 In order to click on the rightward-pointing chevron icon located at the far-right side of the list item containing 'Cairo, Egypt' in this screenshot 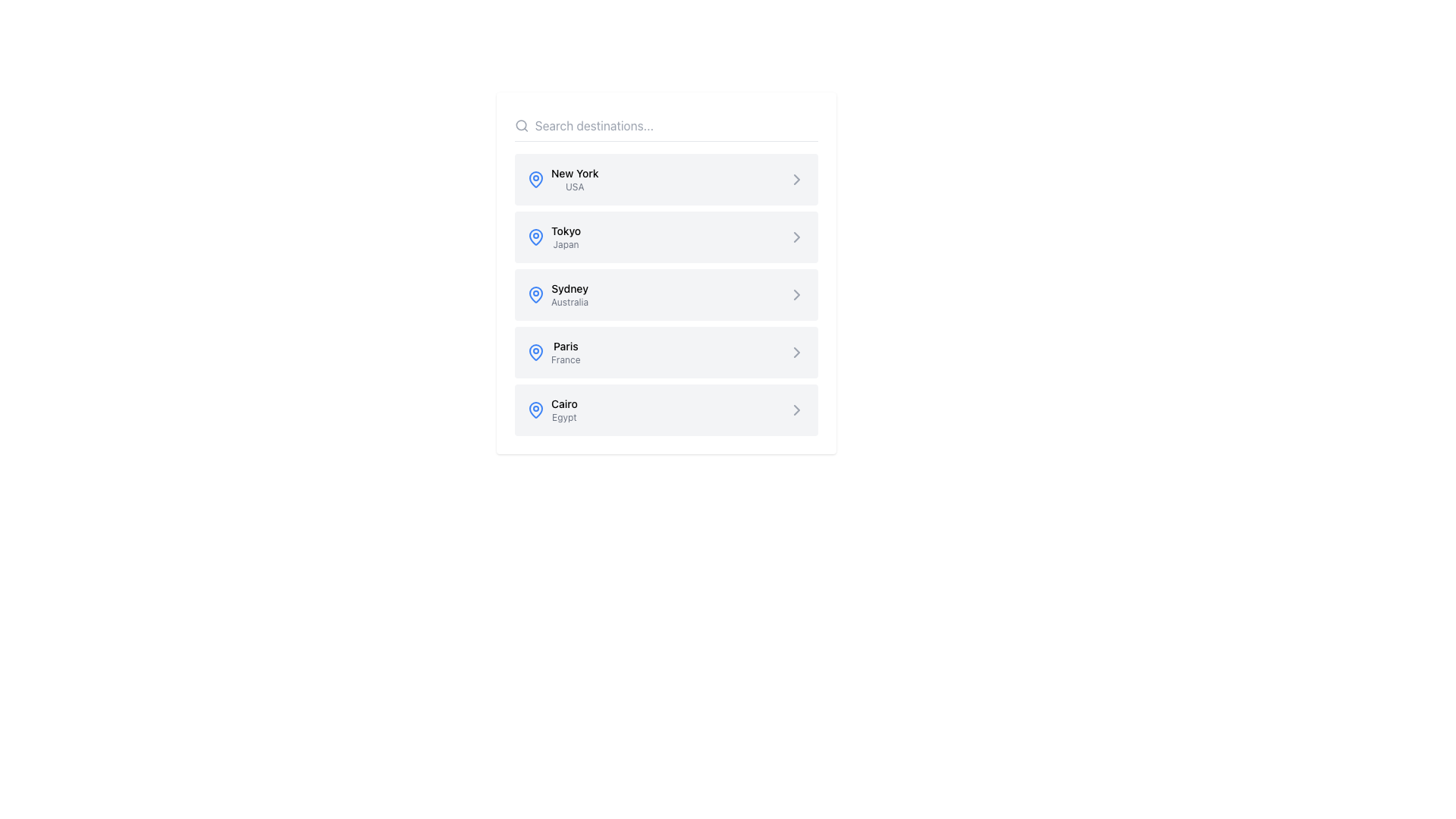, I will do `click(796, 409)`.